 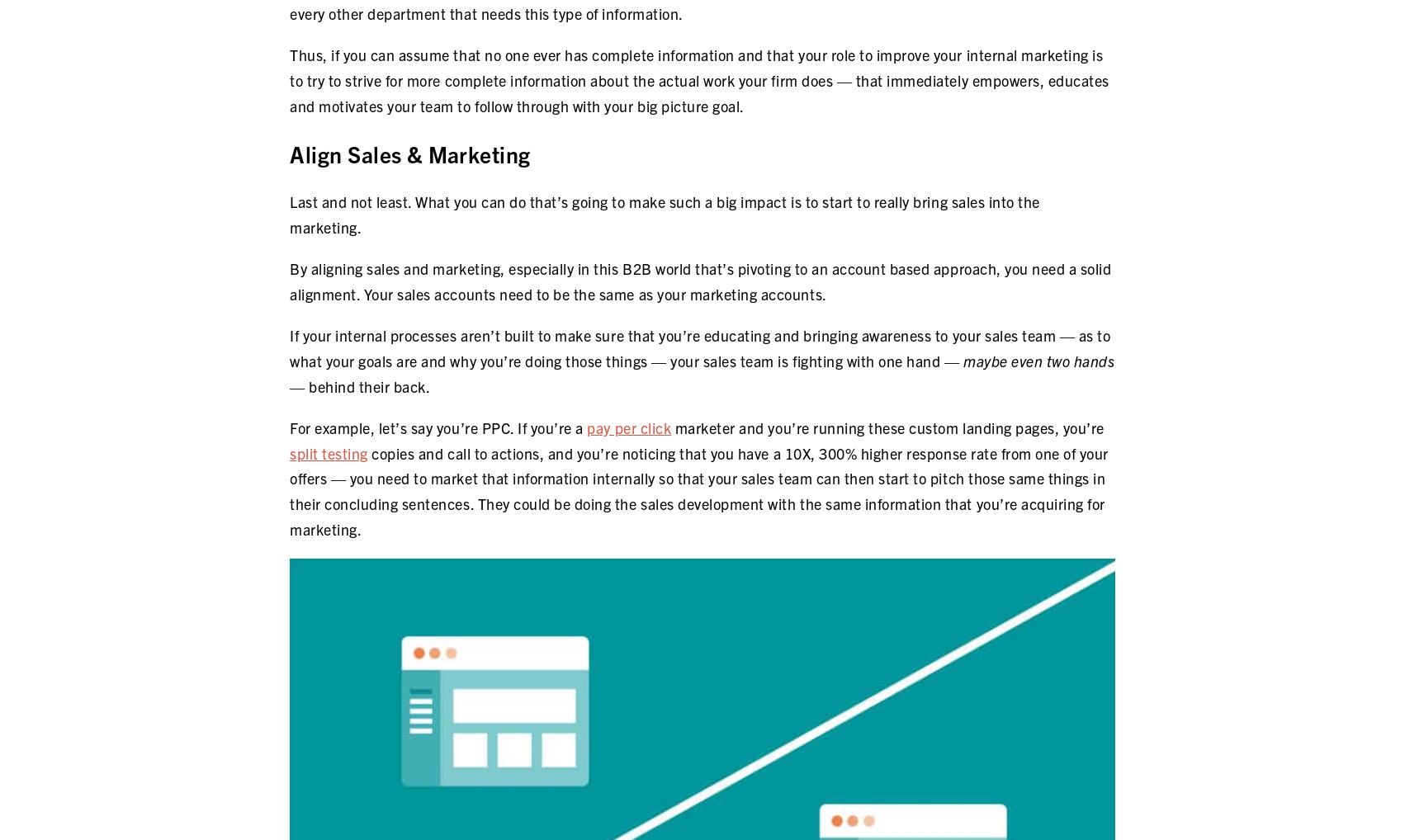 I want to click on 'If your internal processes aren’t built to make sure that you’re educating and bringing awareness to your sales team — as to what your goals are and why you’re doing those things — your sales team is fighting with one hand —', so click(x=698, y=347).